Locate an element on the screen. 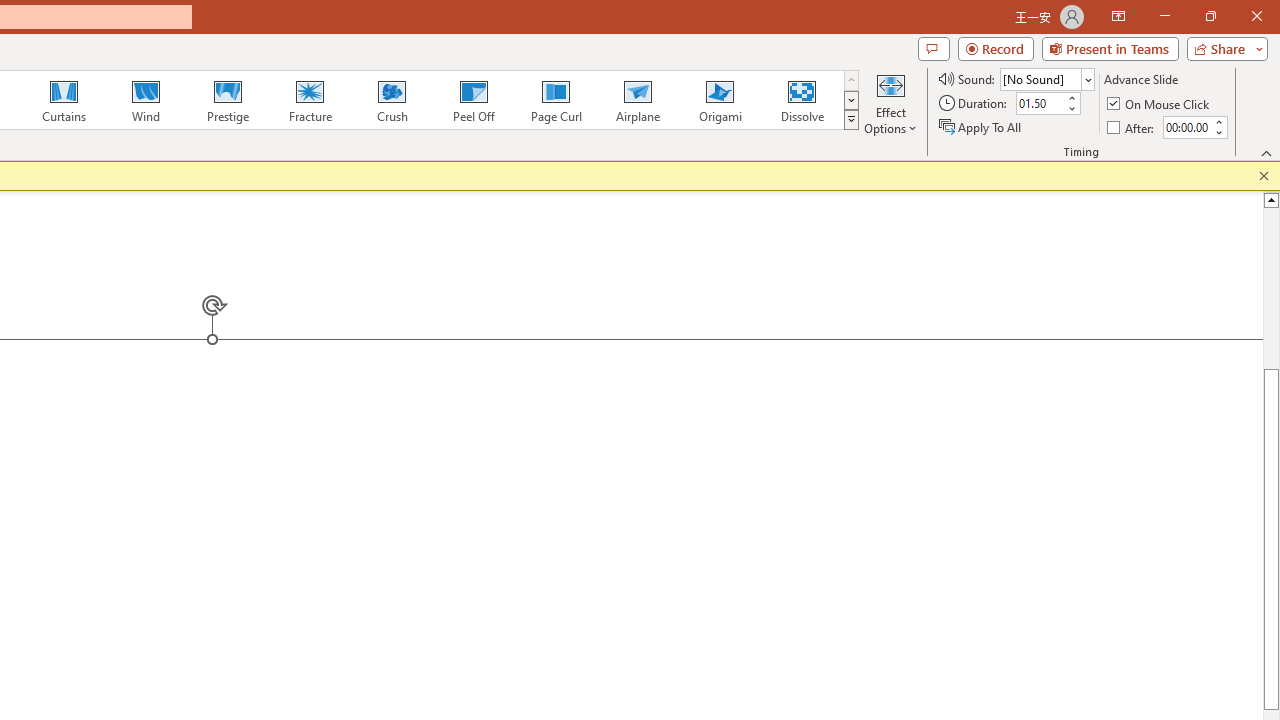  'Effect Options' is located at coordinates (889, 103).